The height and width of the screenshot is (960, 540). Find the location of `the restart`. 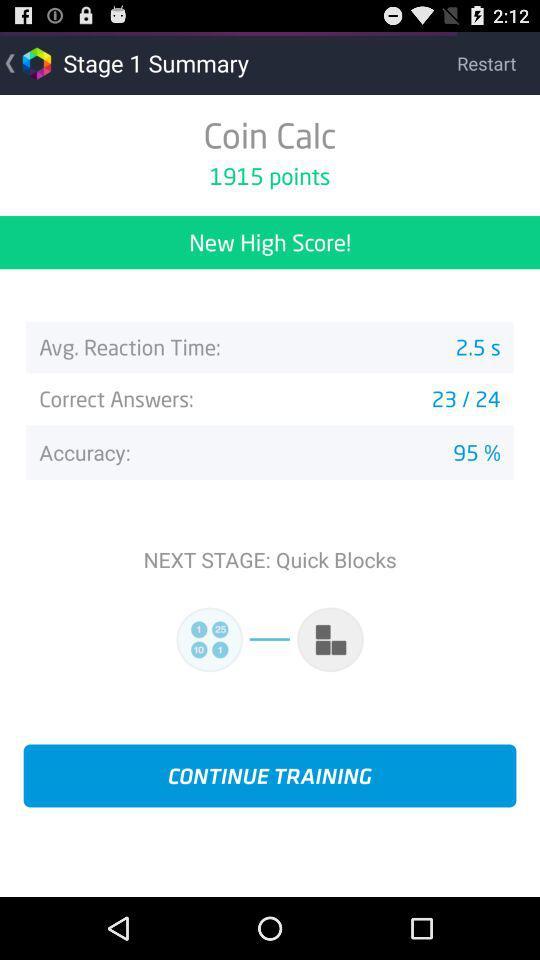

the restart is located at coordinates (497, 62).